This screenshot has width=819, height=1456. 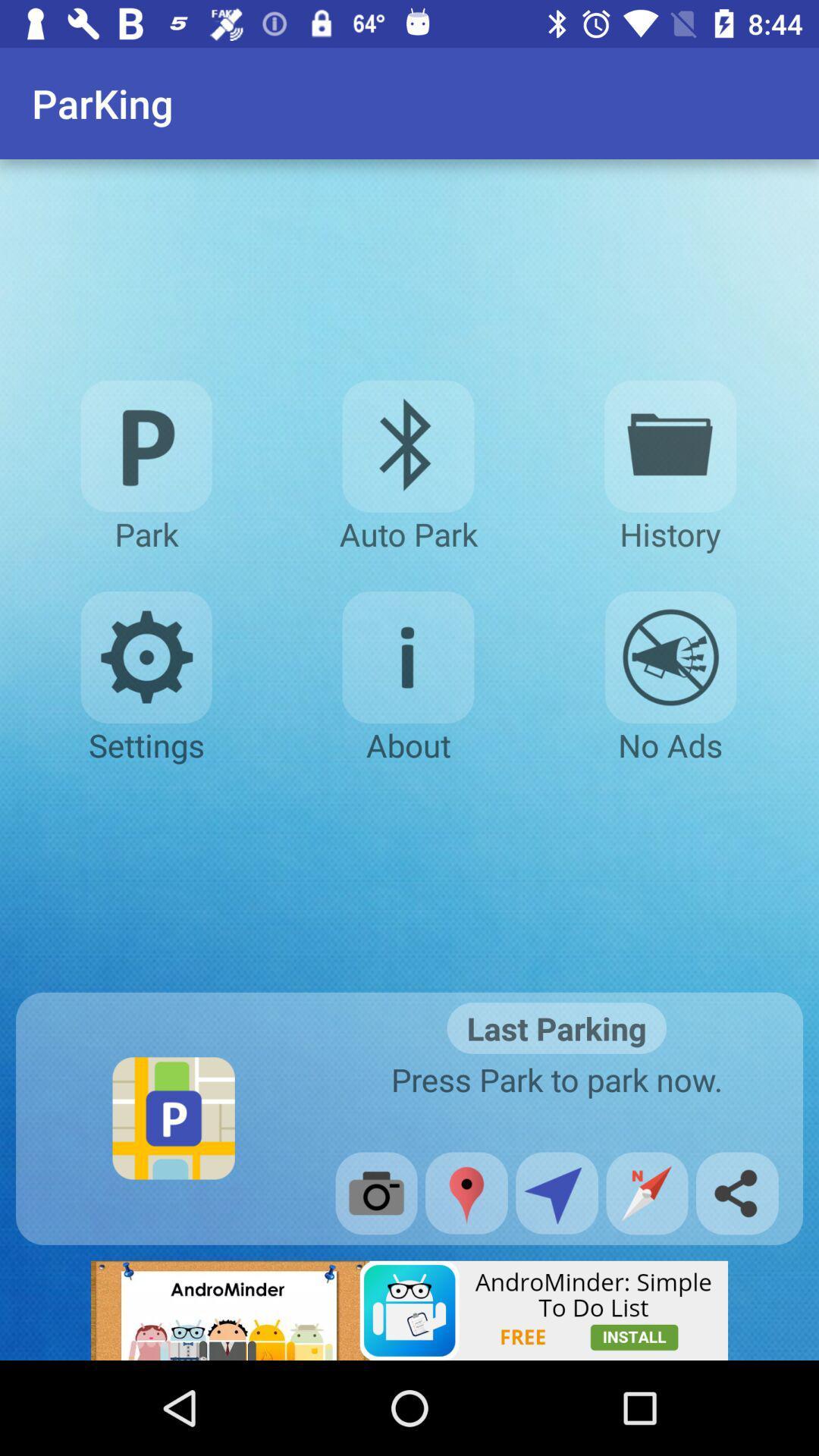 I want to click on automatic parking detection option, so click(x=407, y=445).